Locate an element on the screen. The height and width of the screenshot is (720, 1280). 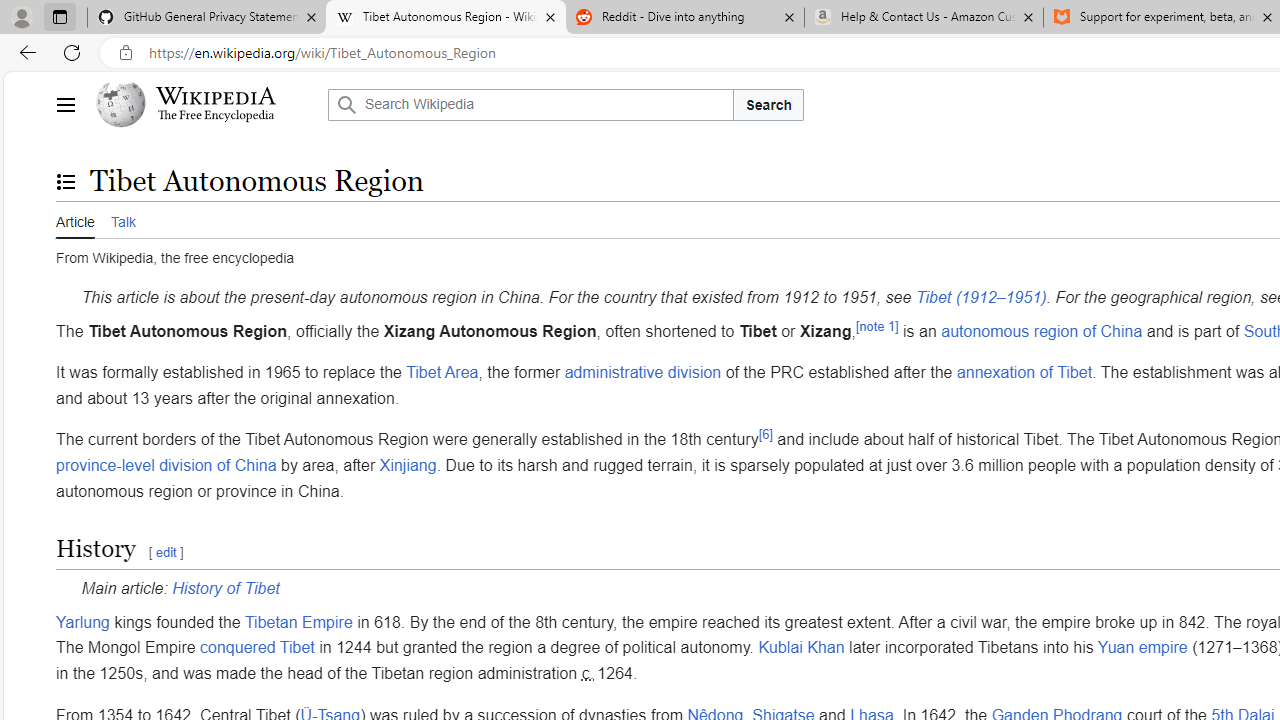
'Article' is located at coordinates (75, 219).